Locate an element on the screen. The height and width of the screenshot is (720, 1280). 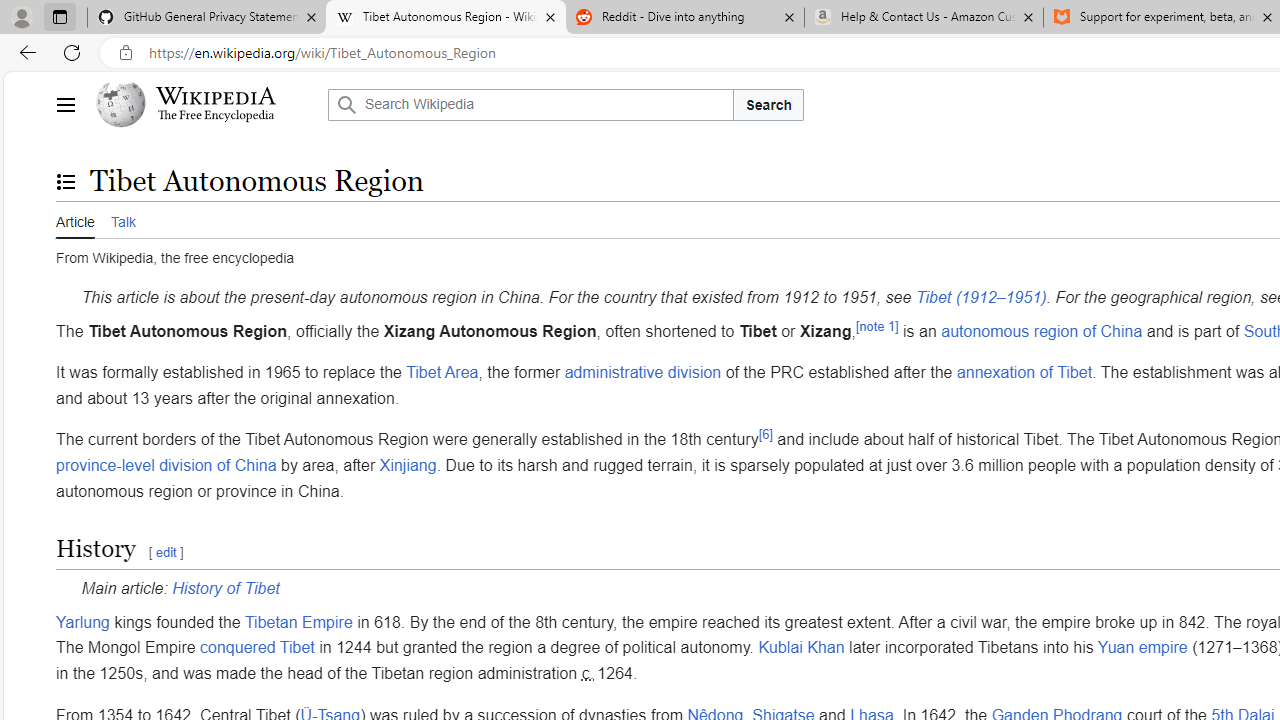
'Article' is located at coordinates (75, 219).